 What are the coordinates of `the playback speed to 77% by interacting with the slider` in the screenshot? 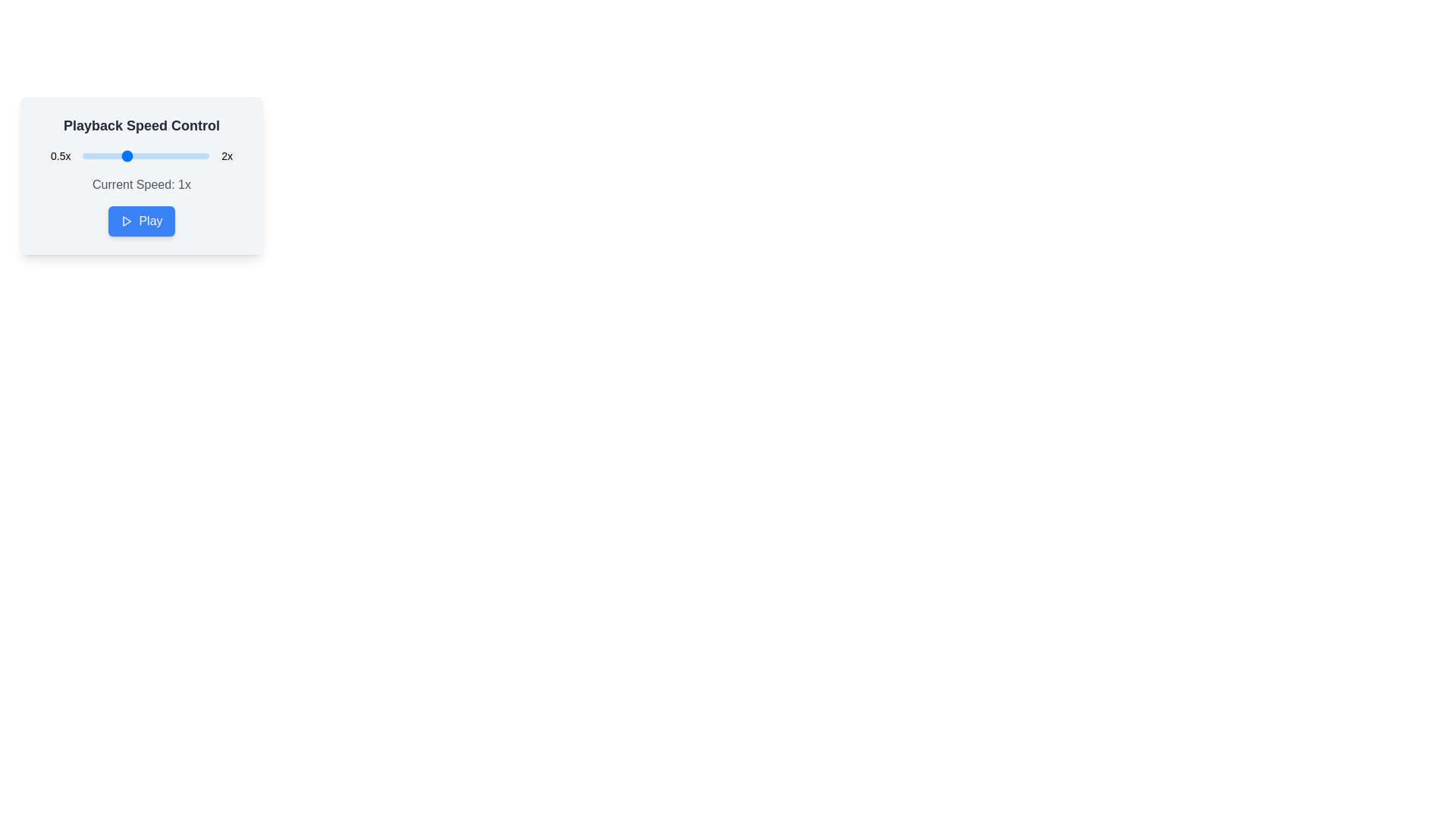 It's located at (105, 155).